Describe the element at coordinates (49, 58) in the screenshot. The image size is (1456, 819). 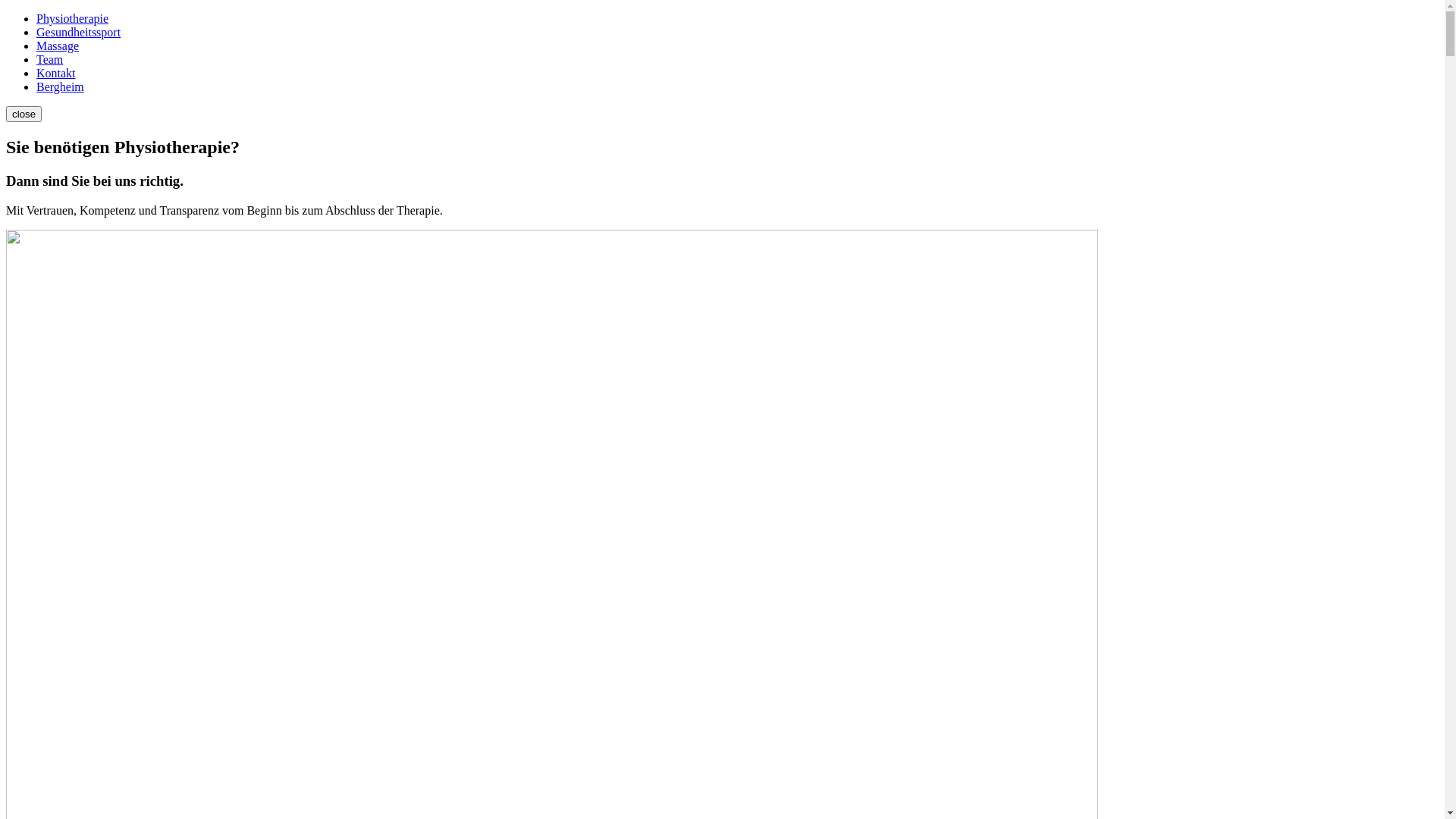
I see `'Team'` at that location.